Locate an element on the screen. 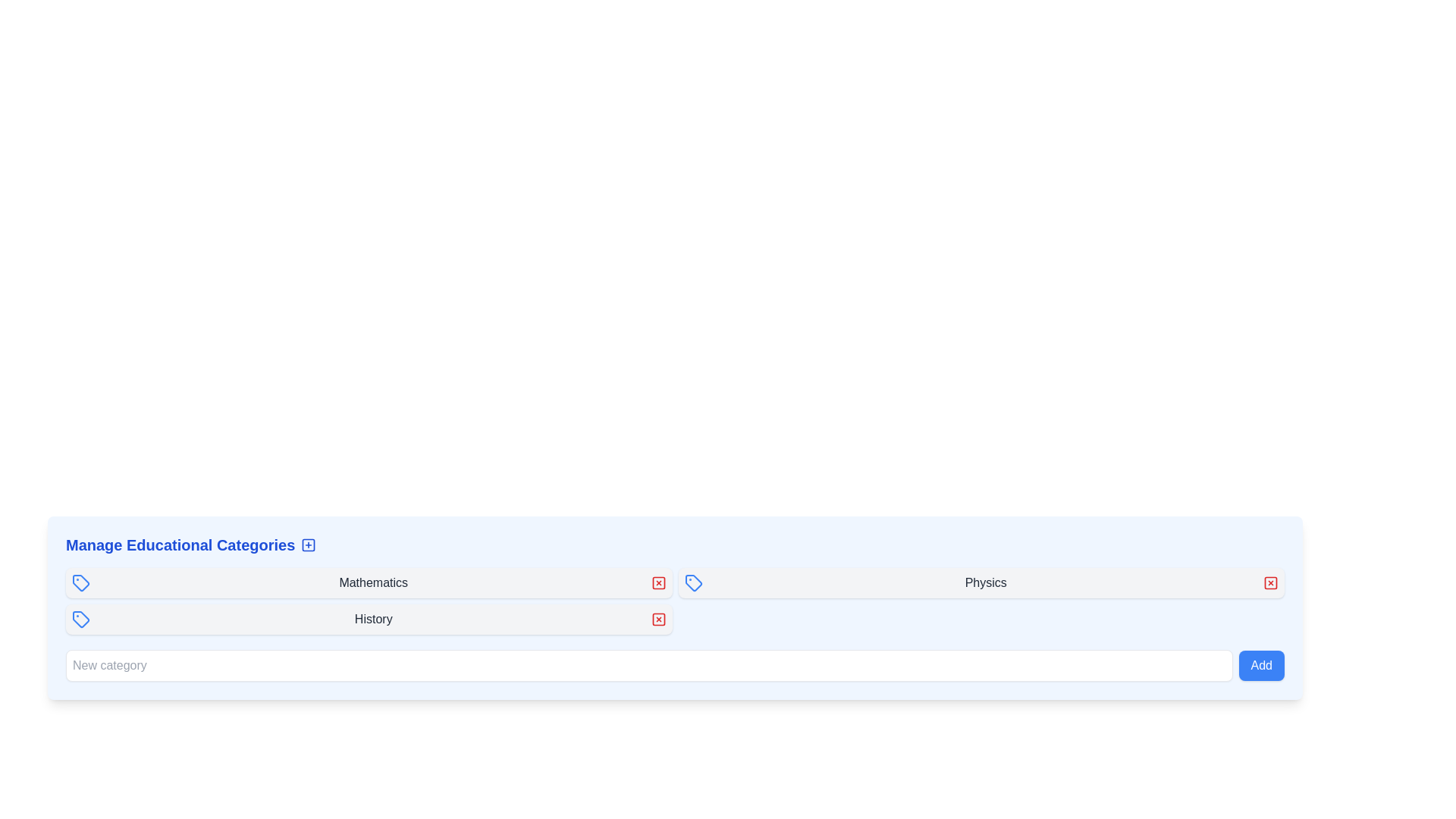  the decorative element within the delete button located at the far right of the 'Physics' row in the category list, which visually signifies the action of deletion is located at coordinates (1270, 582).